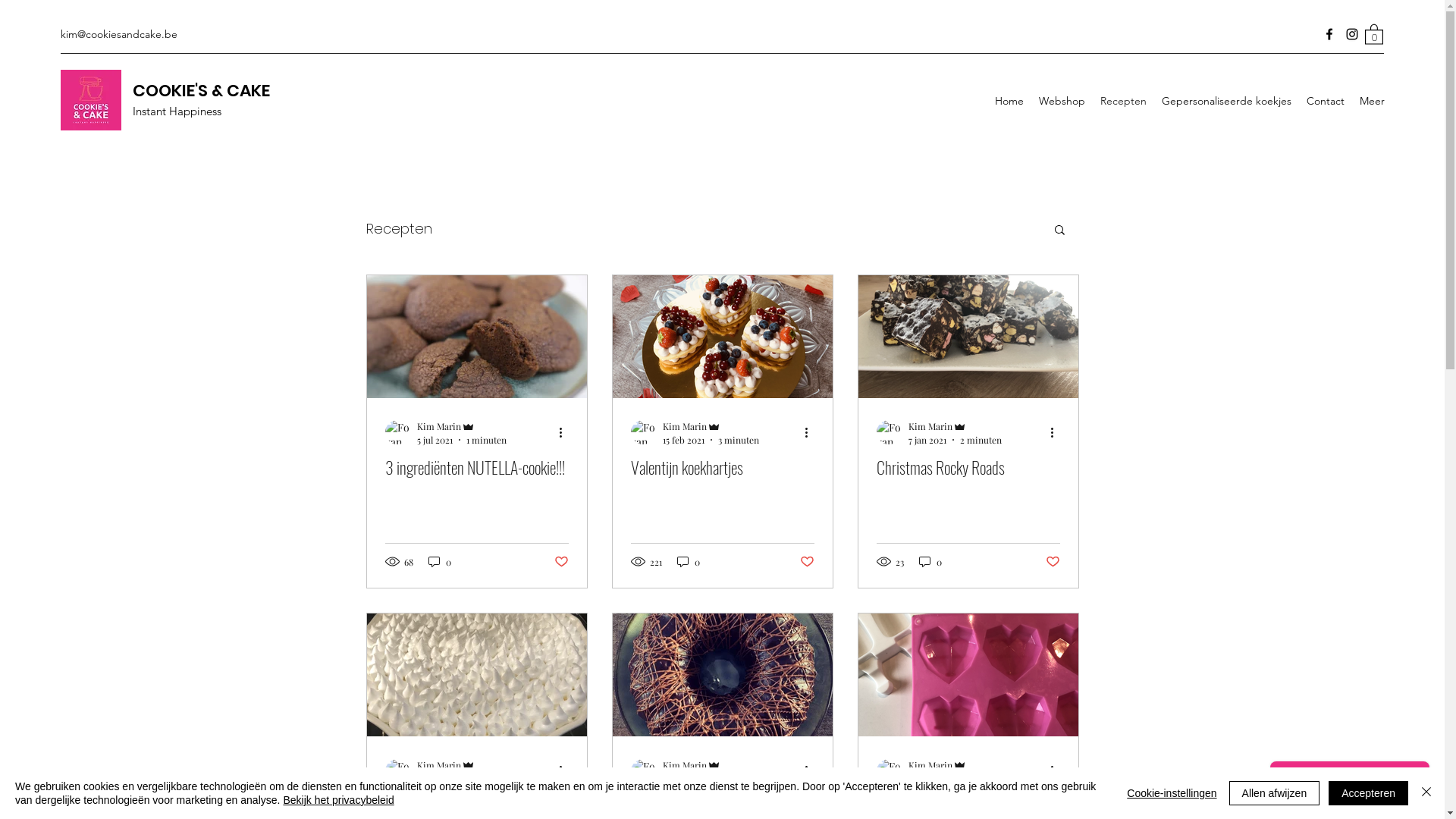 Image resolution: width=1456 pixels, height=819 pixels. Describe the element at coordinates (687, 561) in the screenshot. I see `'0'` at that location.